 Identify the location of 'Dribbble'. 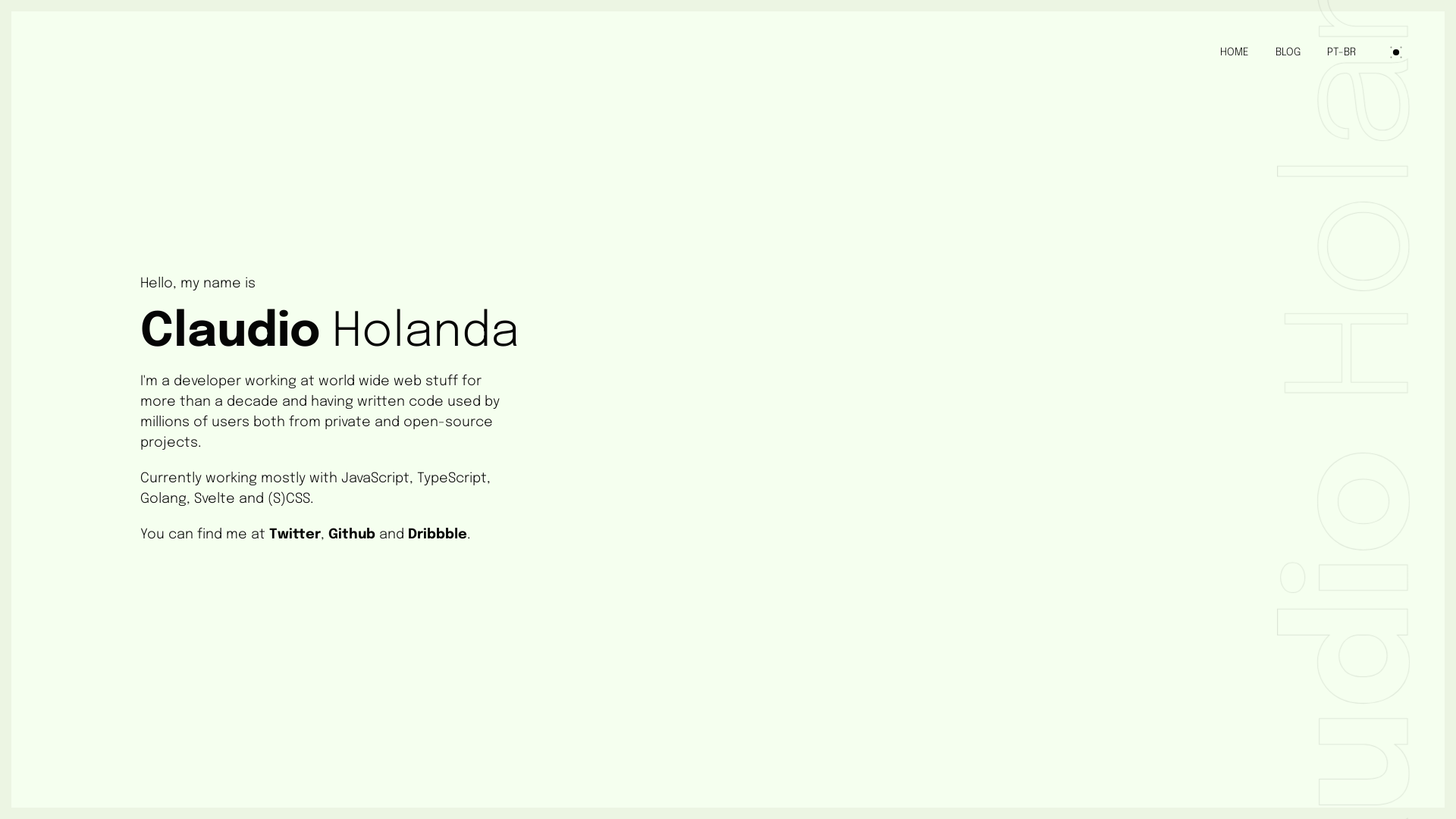
(436, 534).